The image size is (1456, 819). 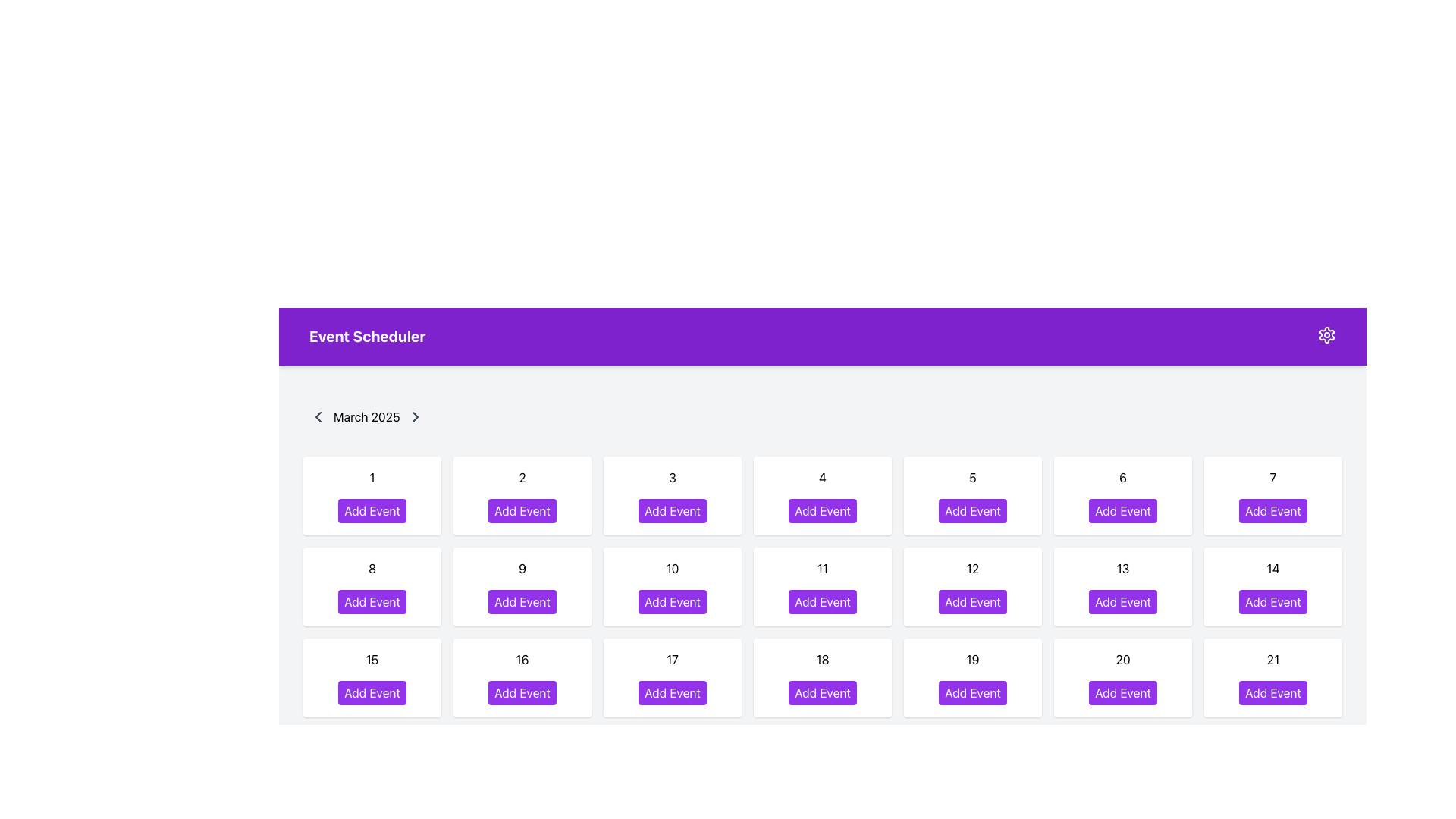 What do you see at coordinates (672, 693) in the screenshot?
I see `the 'Add Event' button for day '17' in the March 2025 calendar` at bounding box center [672, 693].